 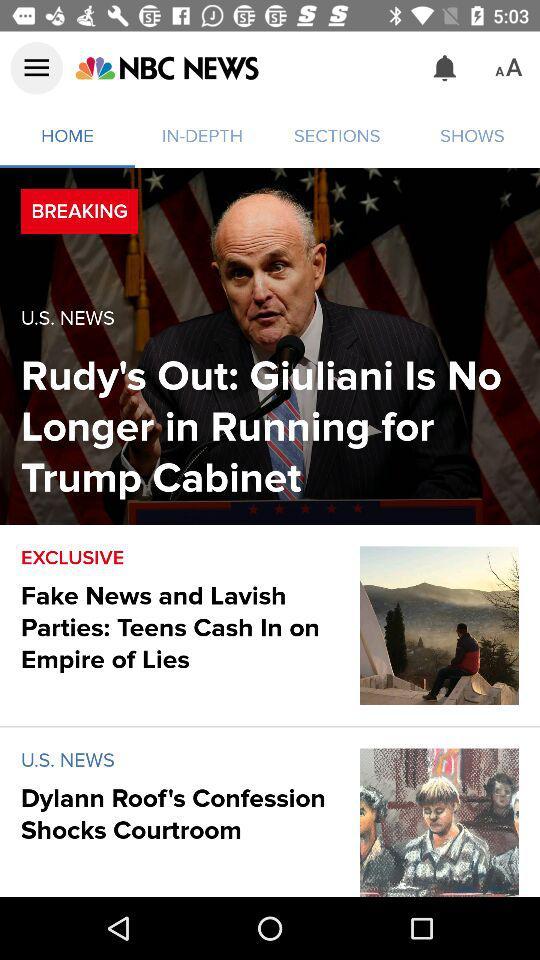 What do you see at coordinates (165, 68) in the screenshot?
I see `open nbc news front page` at bounding box center [165, 68].